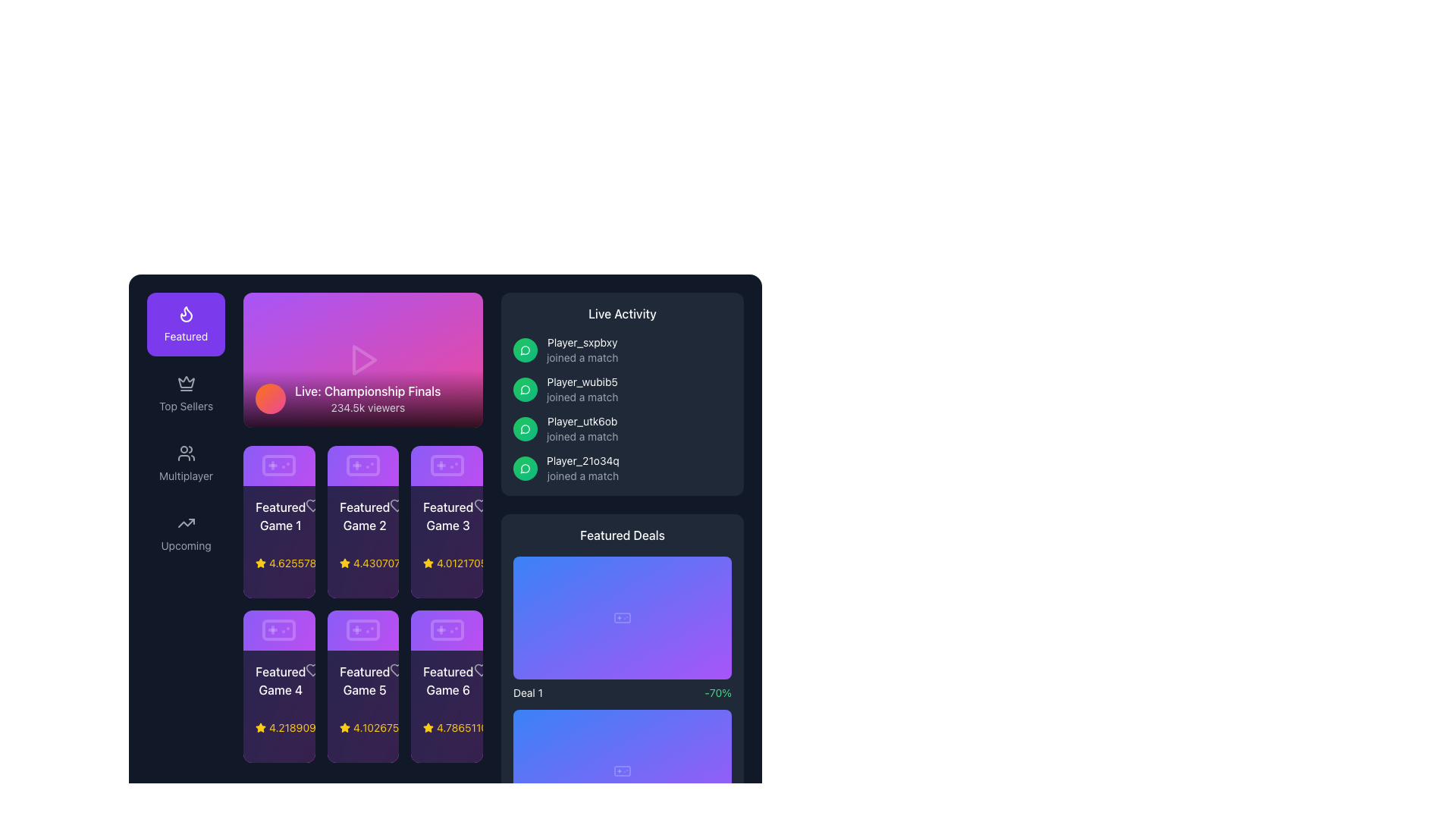 The image size is (1456, 819). I want to click on the 'Featured Game 1' label, which is displayed in white font against a dark background, located in the first grid item under the 'Featured Games' section, so click(279, 515).